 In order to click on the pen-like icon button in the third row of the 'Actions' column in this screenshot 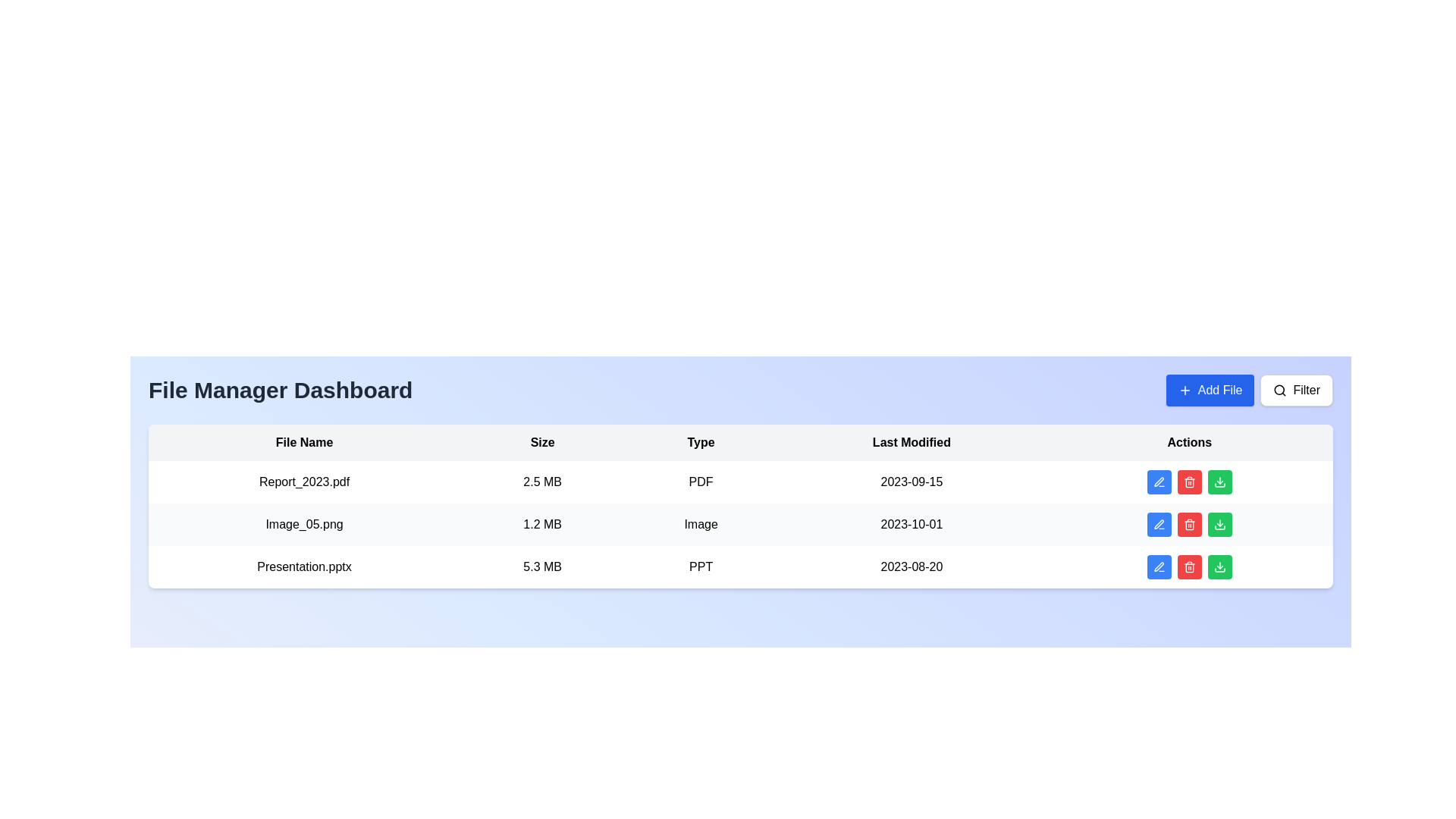, I will do `click(1158, 567)`.